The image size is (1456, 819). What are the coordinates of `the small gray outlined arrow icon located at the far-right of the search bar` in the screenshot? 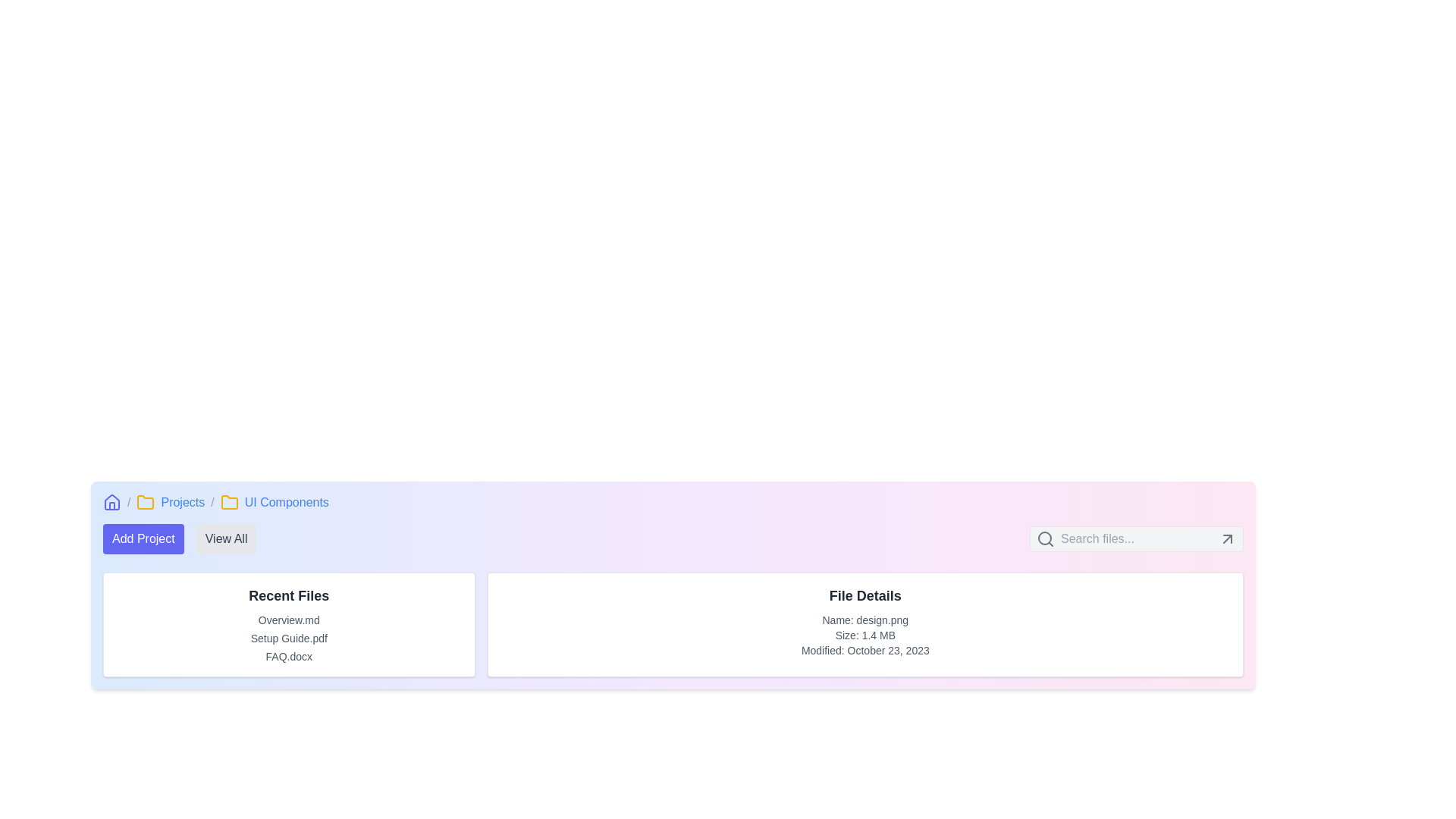 It's located at (1227, 538).